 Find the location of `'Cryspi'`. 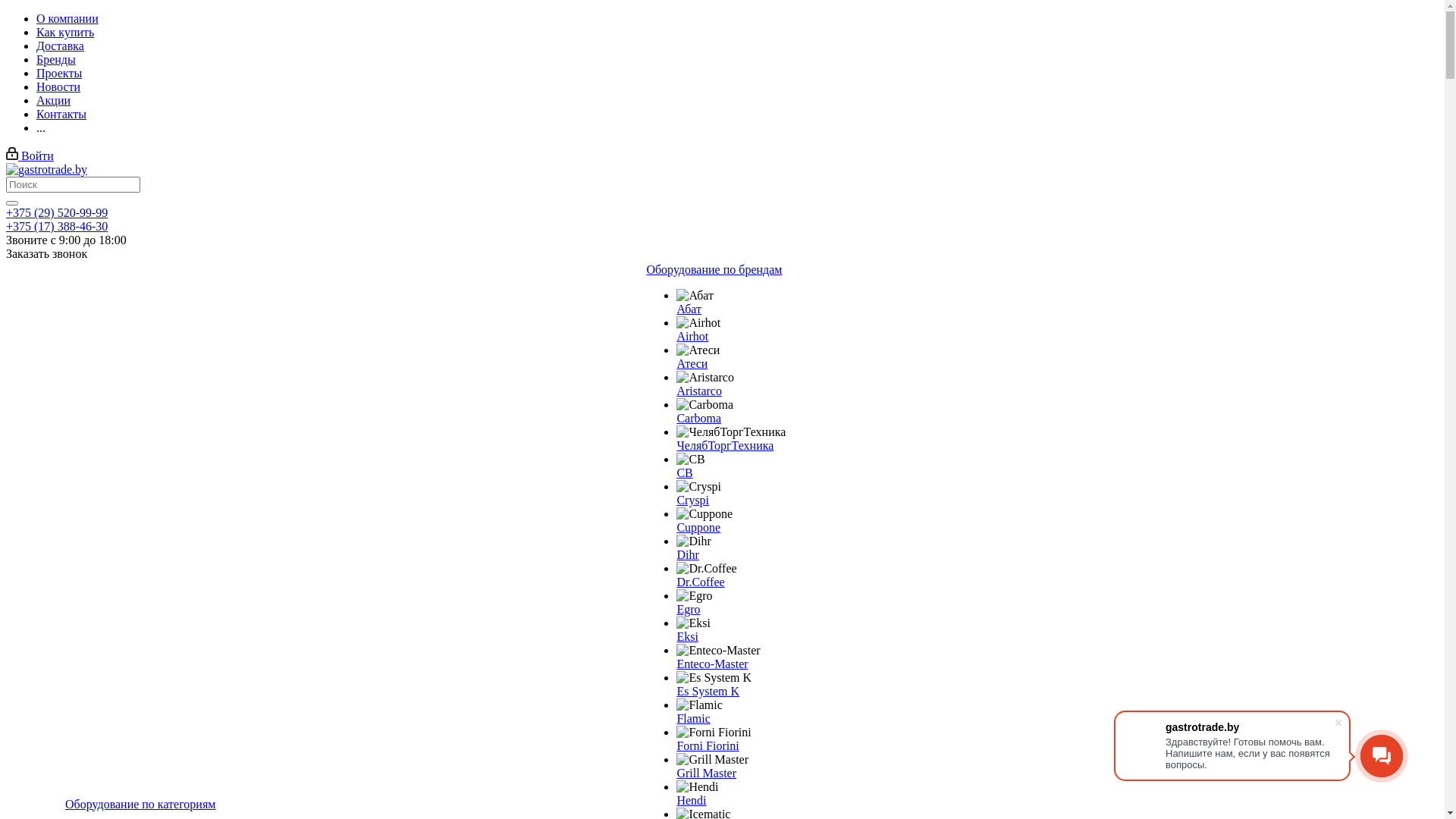

'Cryspi' is located at coordinates (698, 486).